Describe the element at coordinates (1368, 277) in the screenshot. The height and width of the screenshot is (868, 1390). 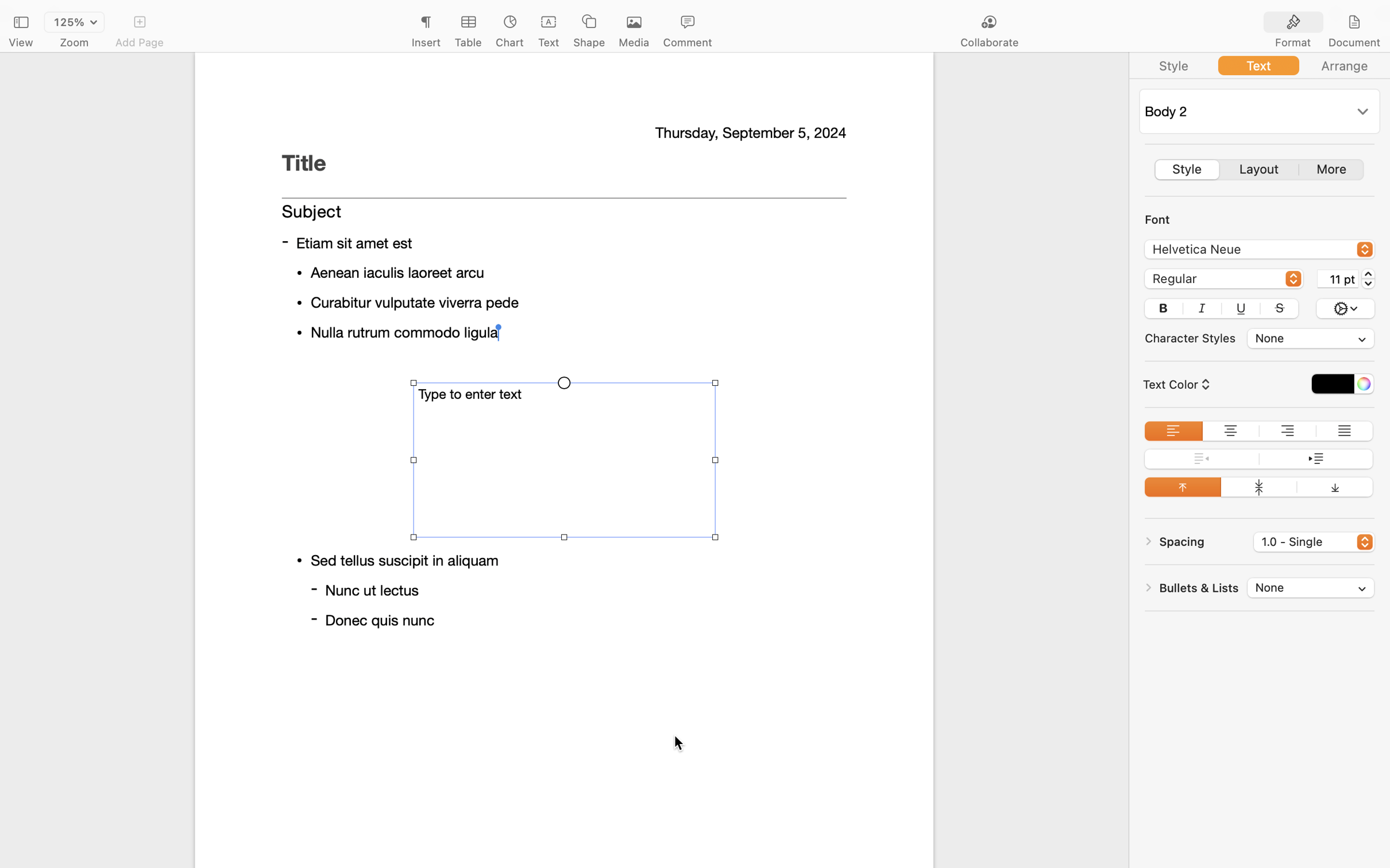
I see `'11.0'` at that location.